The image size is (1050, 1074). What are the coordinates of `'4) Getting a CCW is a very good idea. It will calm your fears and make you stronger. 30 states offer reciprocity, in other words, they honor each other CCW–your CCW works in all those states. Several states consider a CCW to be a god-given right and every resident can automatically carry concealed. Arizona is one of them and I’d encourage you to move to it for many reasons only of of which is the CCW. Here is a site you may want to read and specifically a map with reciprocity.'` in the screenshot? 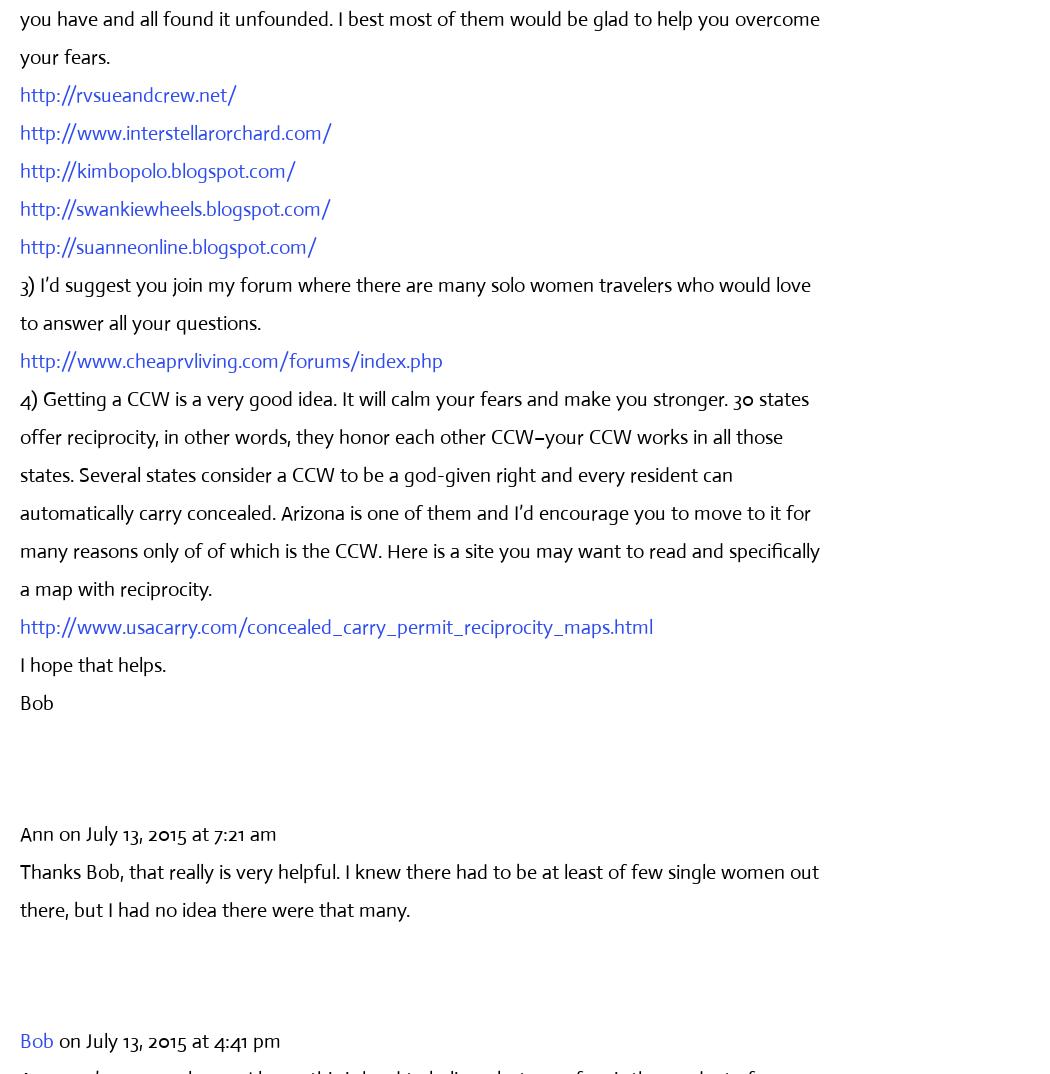 It's located at (419, 493).